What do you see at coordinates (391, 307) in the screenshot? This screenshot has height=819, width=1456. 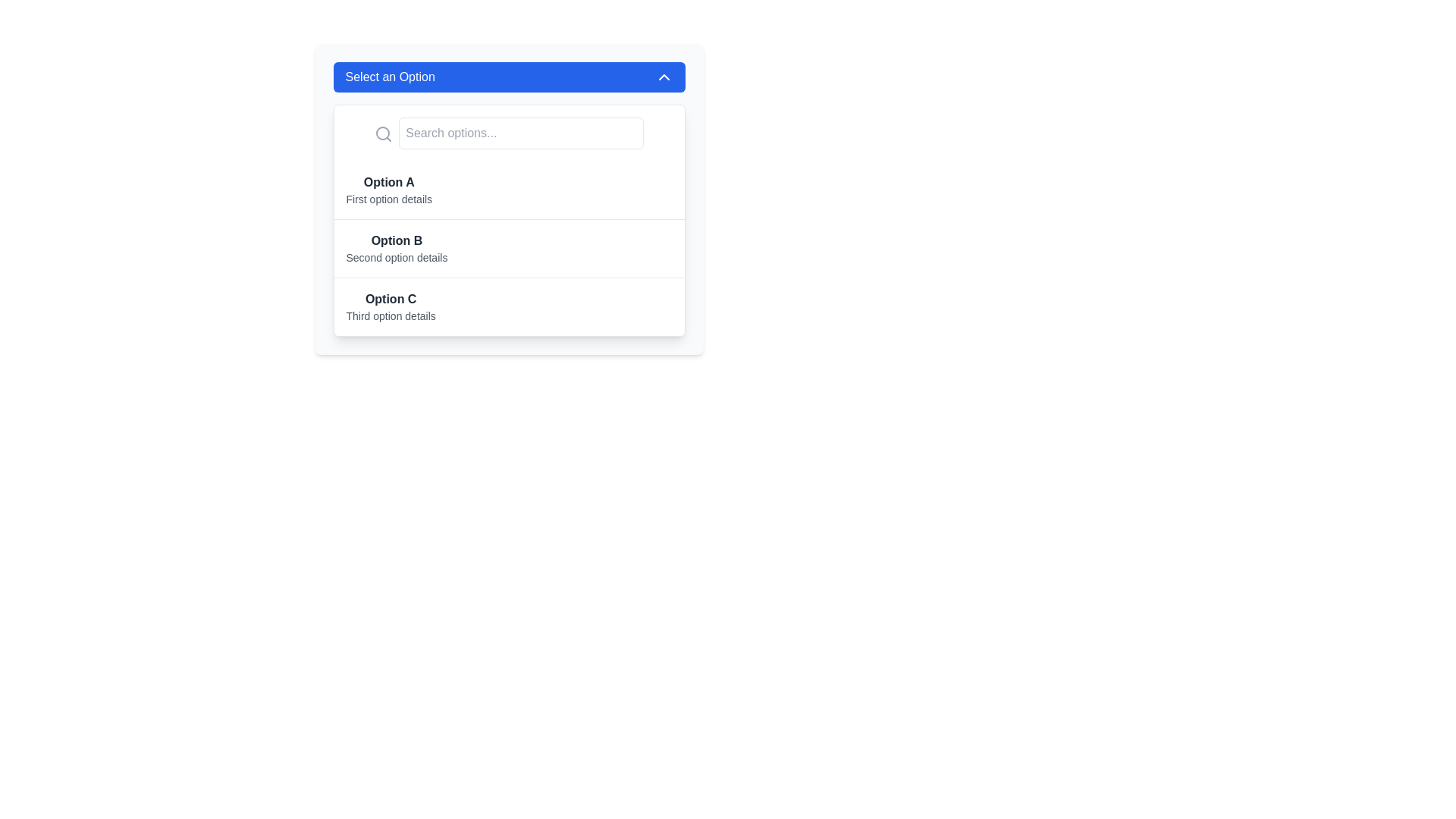 I see `the third entry in the dropdown menu titled 'Select an Option'` at bounding box center [391, 307].